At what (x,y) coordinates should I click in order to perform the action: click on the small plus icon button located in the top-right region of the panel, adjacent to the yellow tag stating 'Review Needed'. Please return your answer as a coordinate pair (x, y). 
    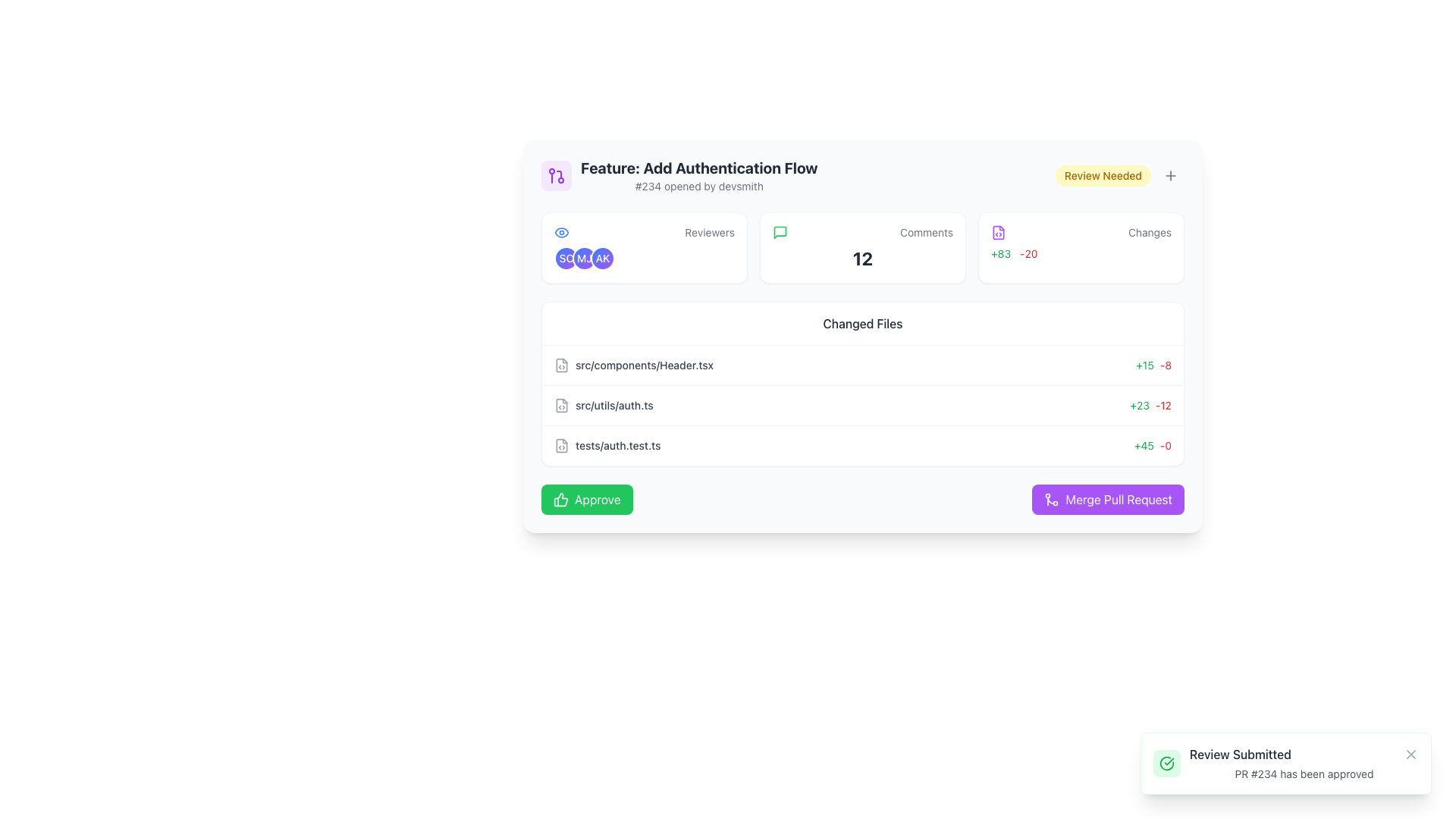
    Looking at the image, I should click on (1170, 174).